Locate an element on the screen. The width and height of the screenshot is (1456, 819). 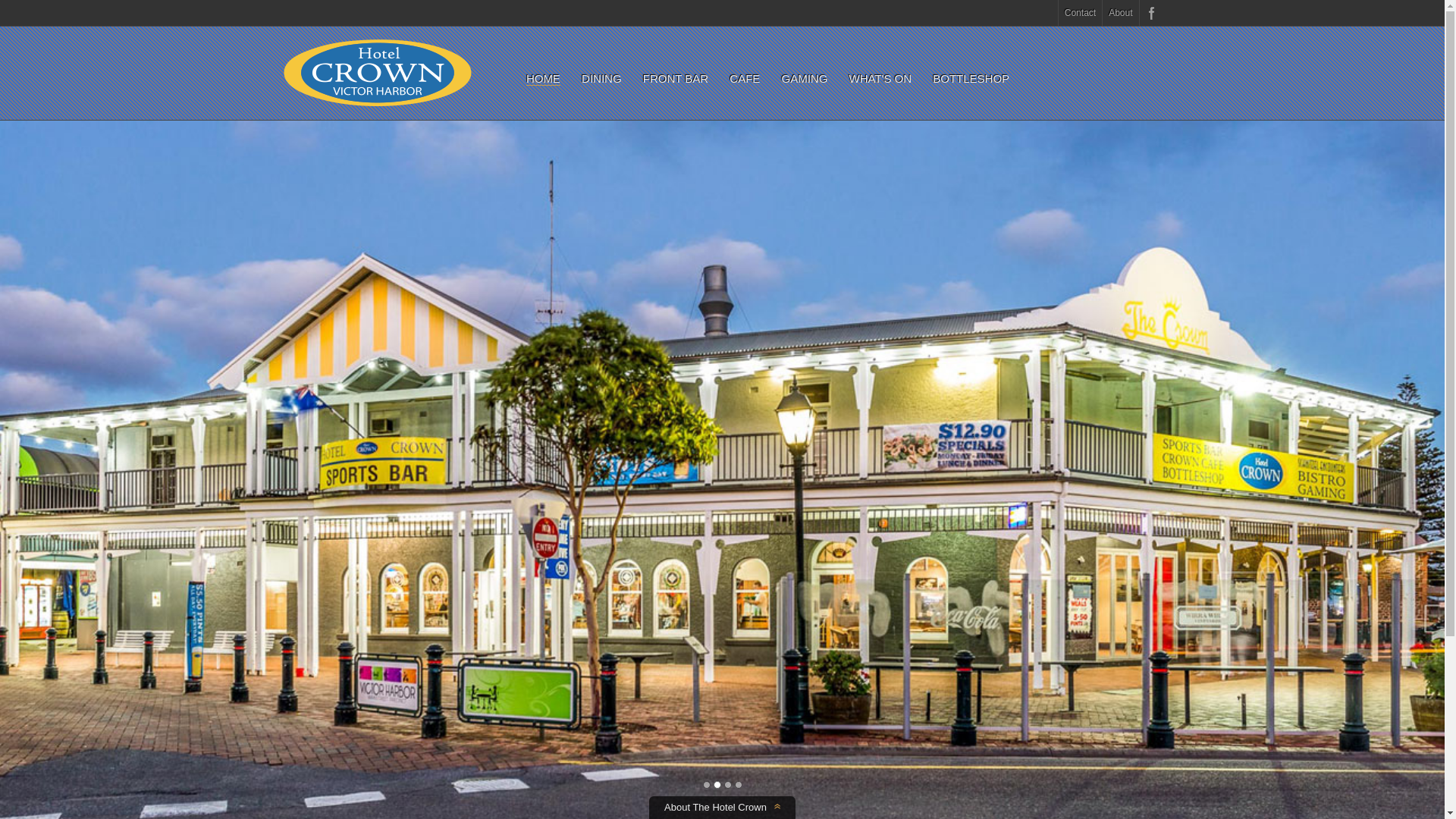
'GAMING' is located at coordinates (803, 78).